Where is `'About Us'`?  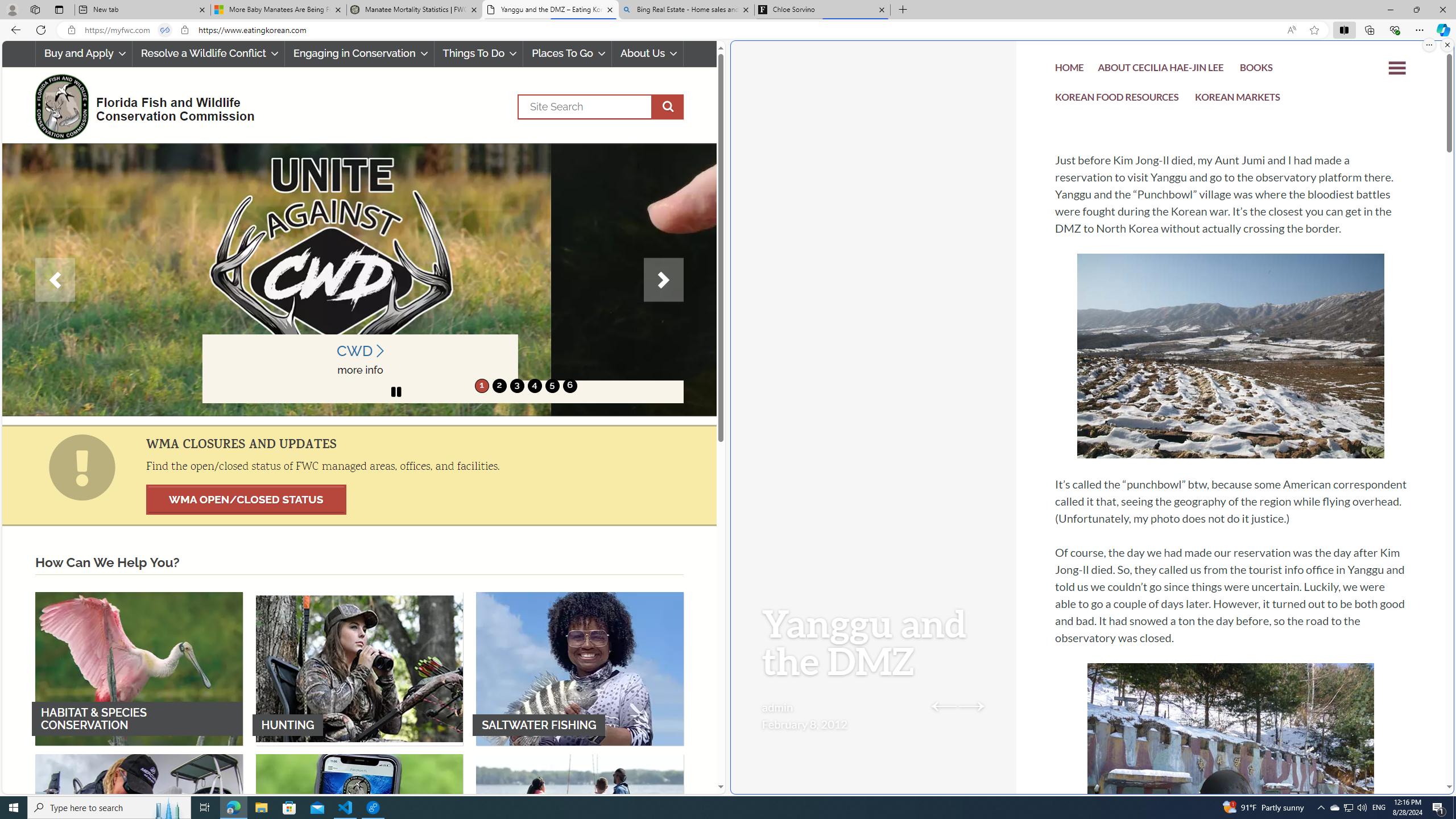
'About Us' is located at coordinates (647, 53).